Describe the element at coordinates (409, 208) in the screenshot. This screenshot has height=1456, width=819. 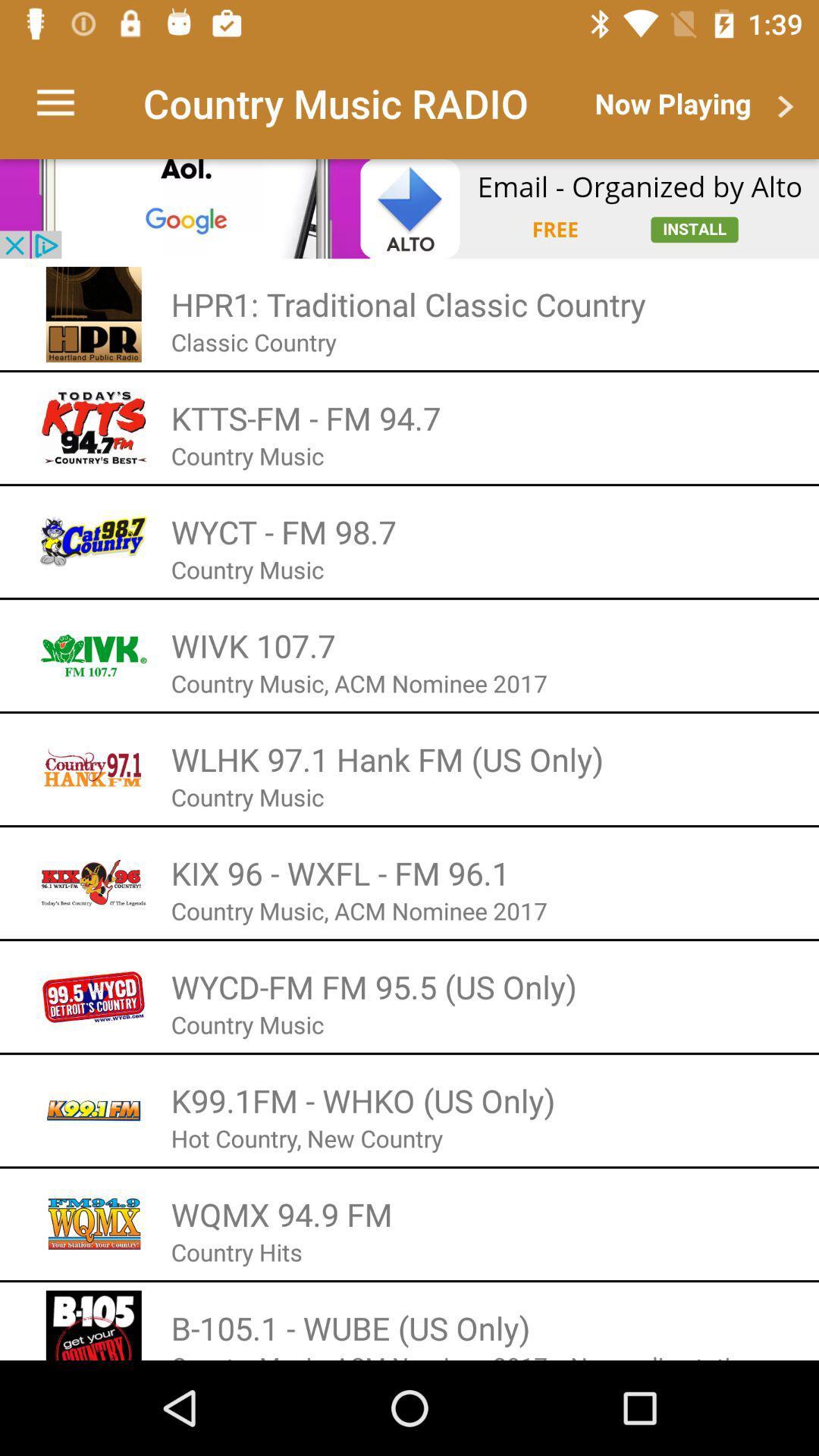
I see `open advertisement` at that location.